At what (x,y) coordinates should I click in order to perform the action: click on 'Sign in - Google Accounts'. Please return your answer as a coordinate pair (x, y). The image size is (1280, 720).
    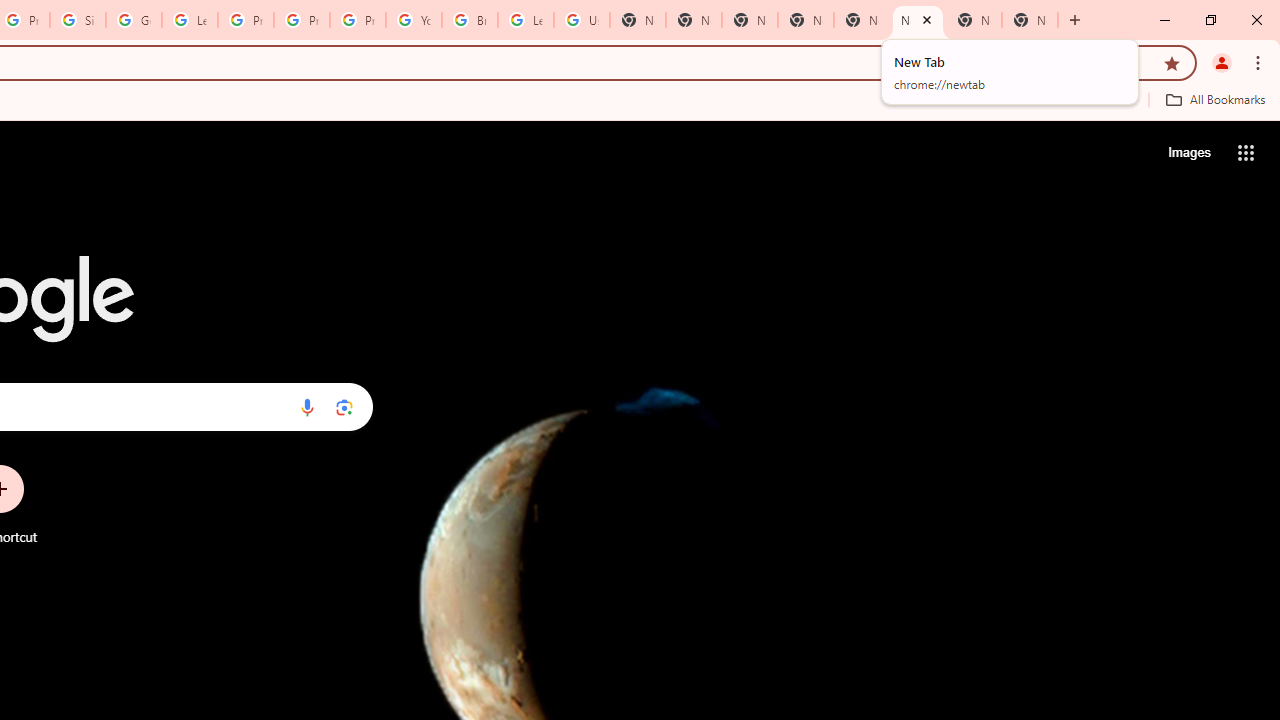
    Looking at the image, I should click on (78, 20).